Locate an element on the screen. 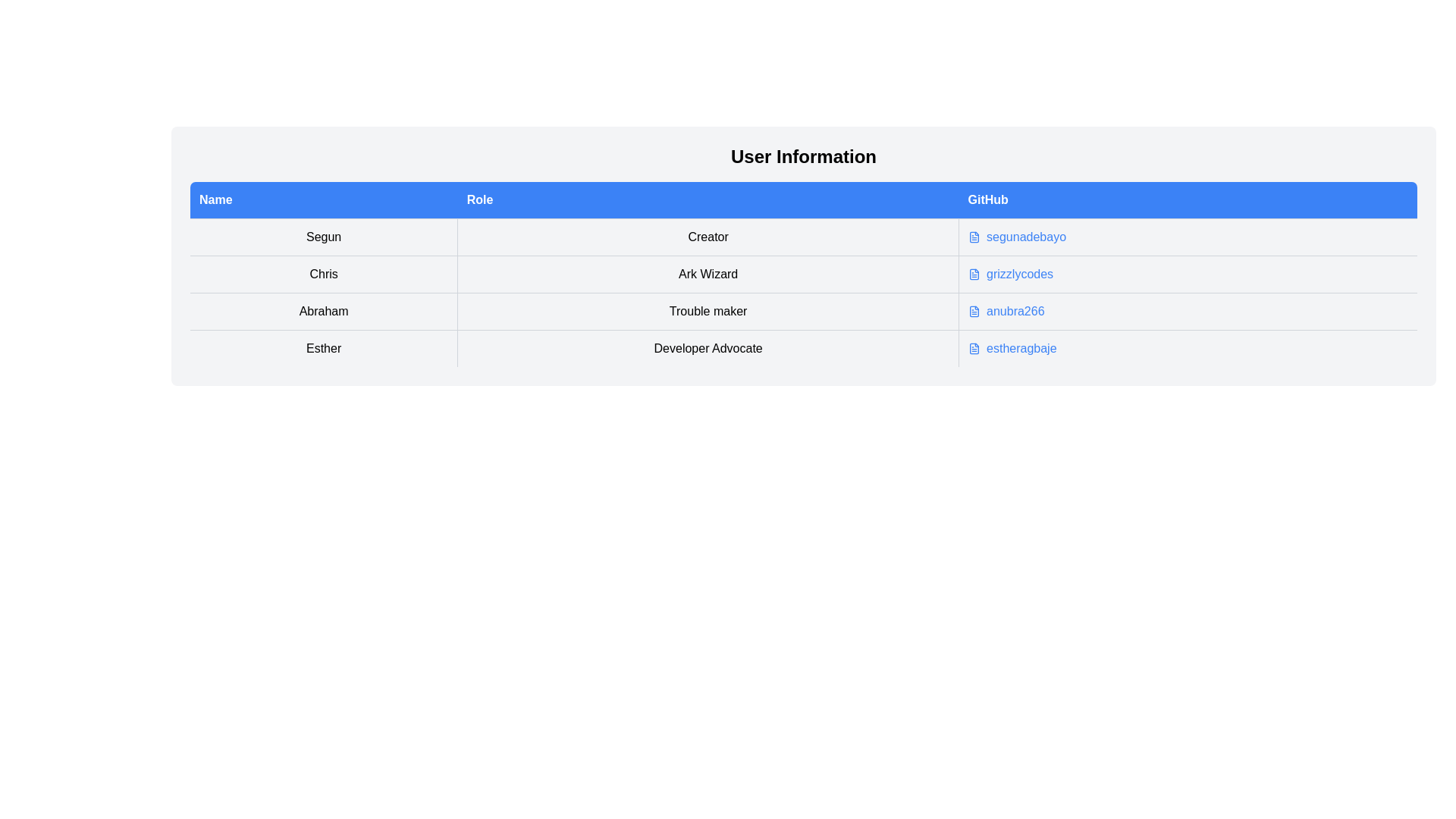  text label displaying 'Trouble maker' in the 'Role' column of the row associated with 'Abraham' is located at coordinates (708, 311).